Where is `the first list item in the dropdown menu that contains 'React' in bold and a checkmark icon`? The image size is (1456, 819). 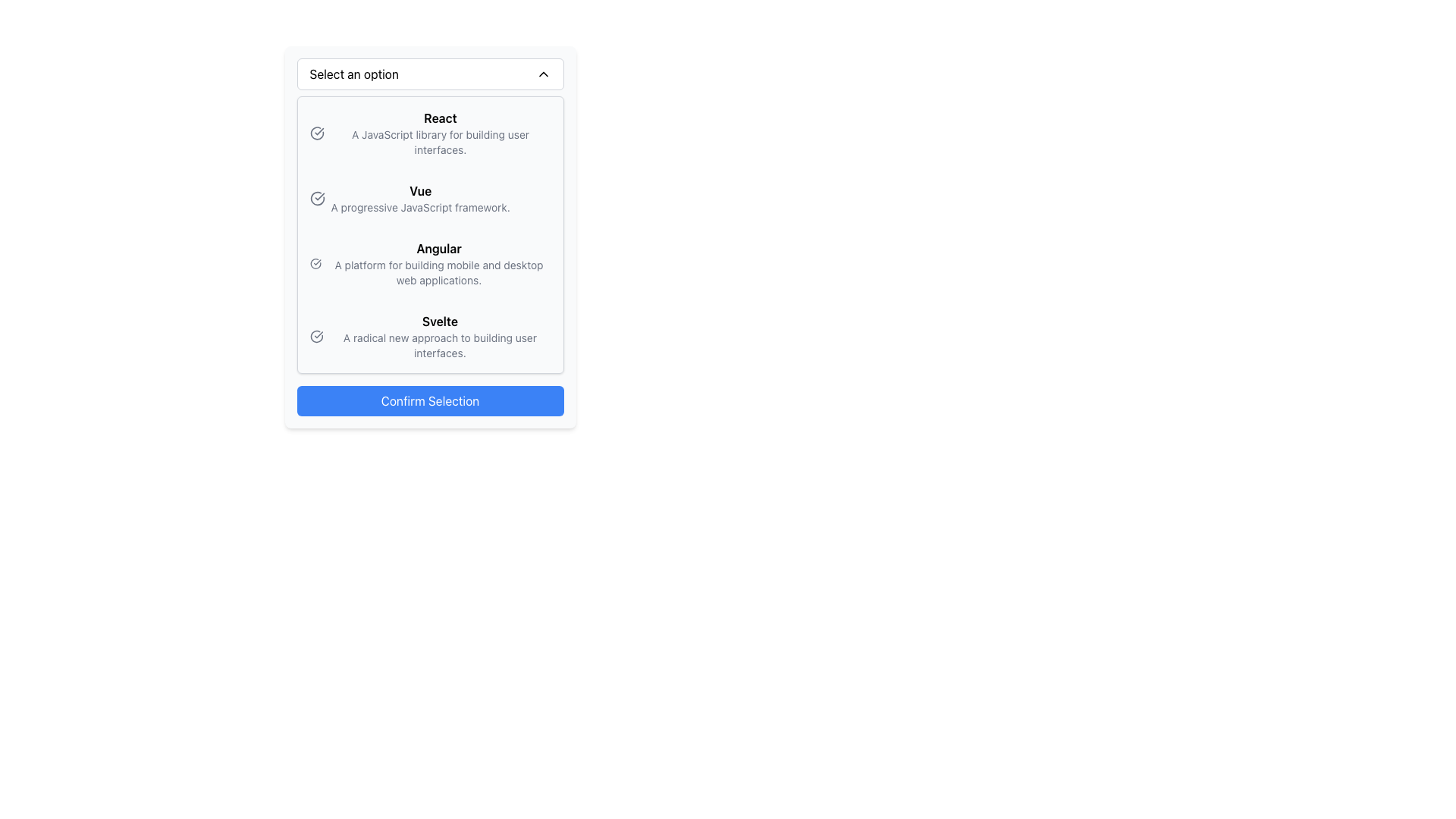 the first list item in the dropdown menu that contains 'React' in bold and a checkmark icon is located at coordinates (429, 133).